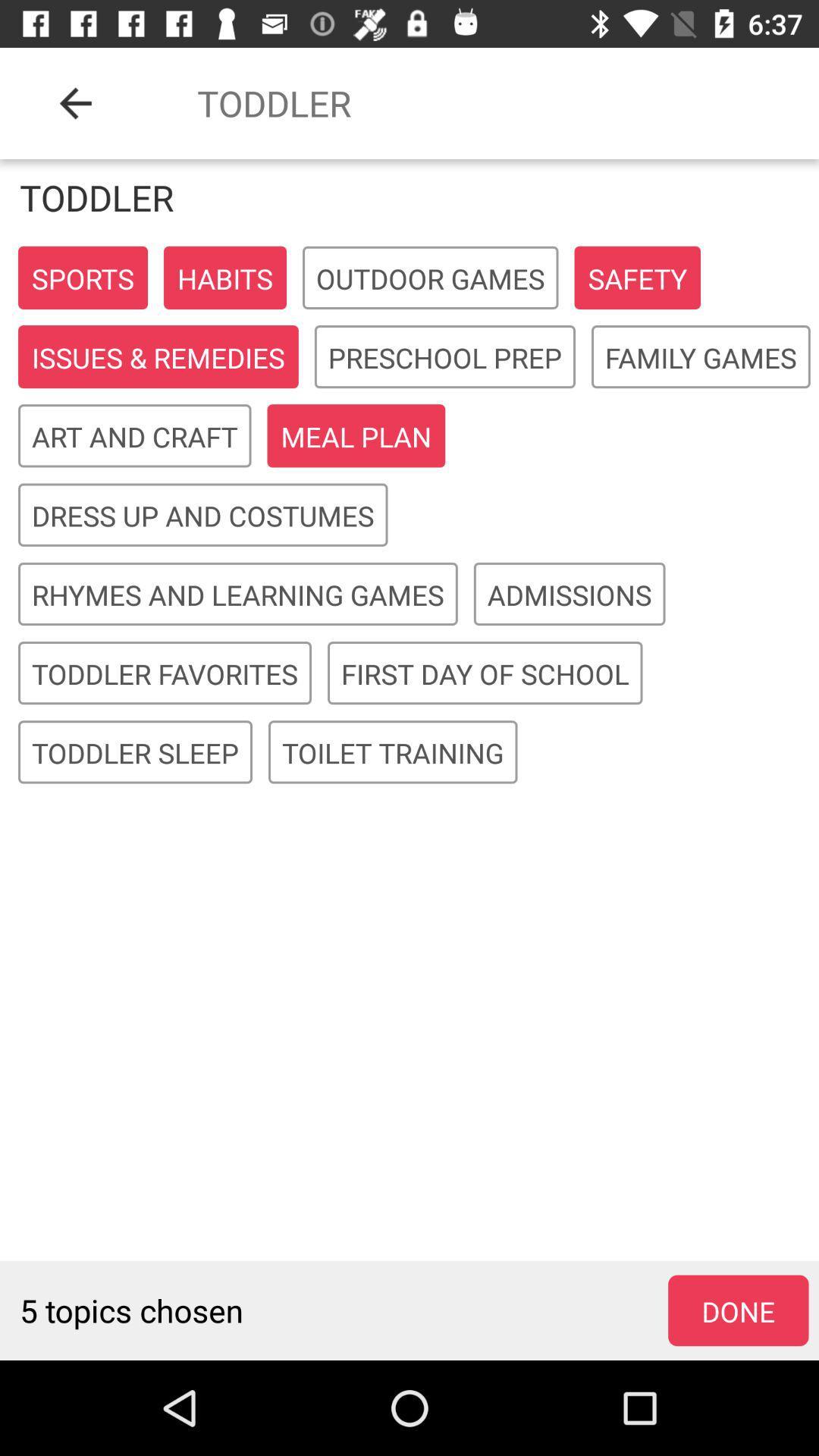  Describe the element at coordinates (738, 1310) in the screenshot. I see `the button on the bottom right corner of the web page` at that location.